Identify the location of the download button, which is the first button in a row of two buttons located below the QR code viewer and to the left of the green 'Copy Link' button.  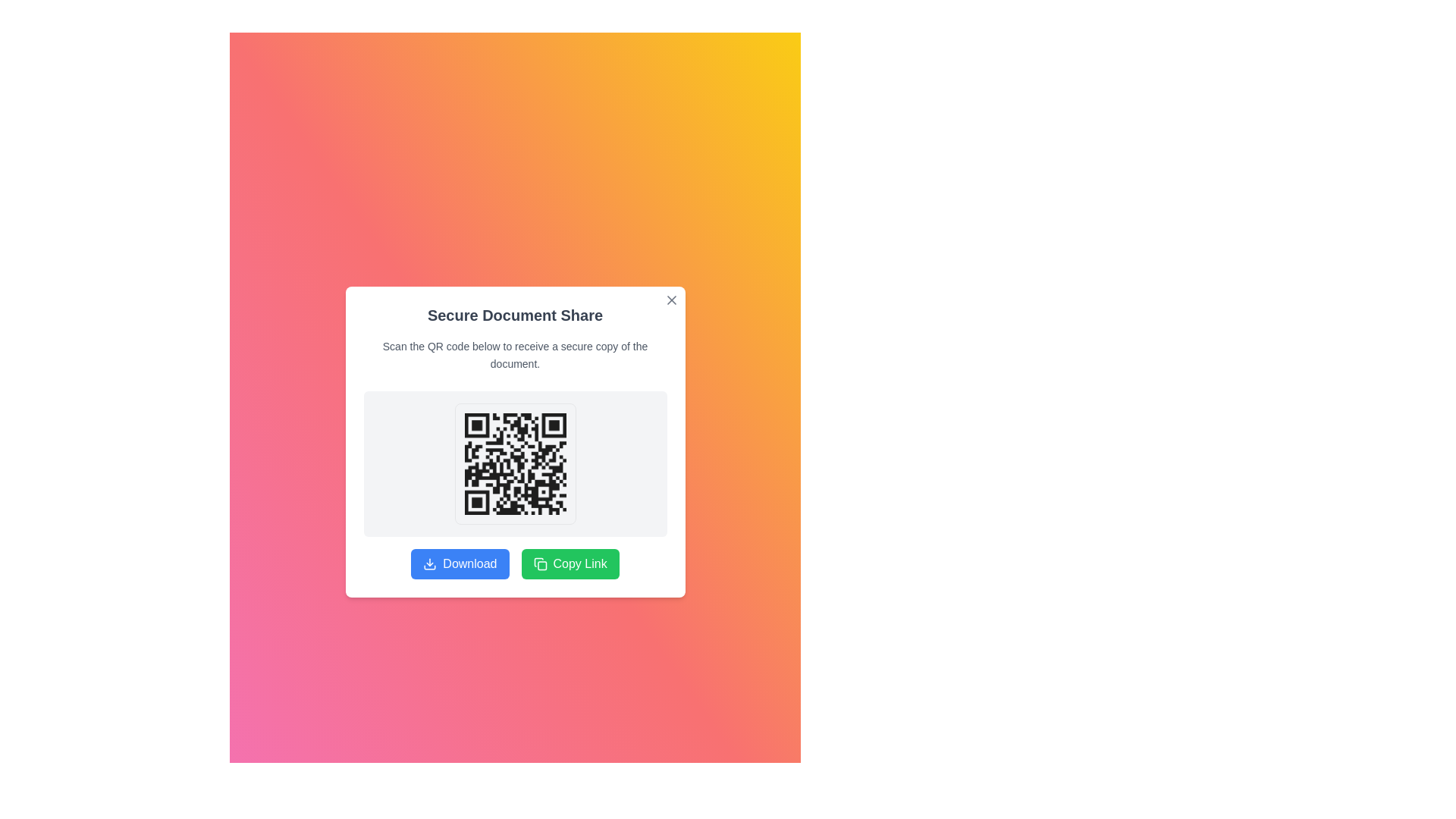
(459, 563).